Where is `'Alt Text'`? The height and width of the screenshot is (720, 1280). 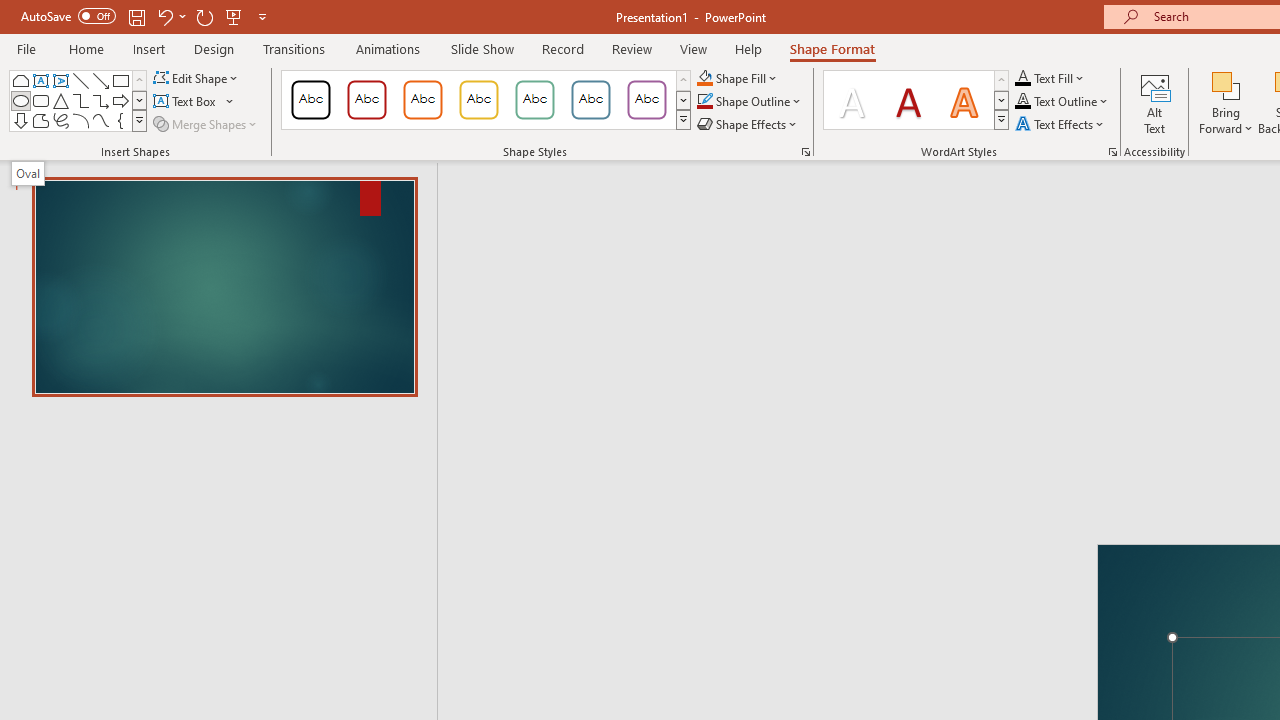
'Alt Text' is located at coordinates (1155, 103).